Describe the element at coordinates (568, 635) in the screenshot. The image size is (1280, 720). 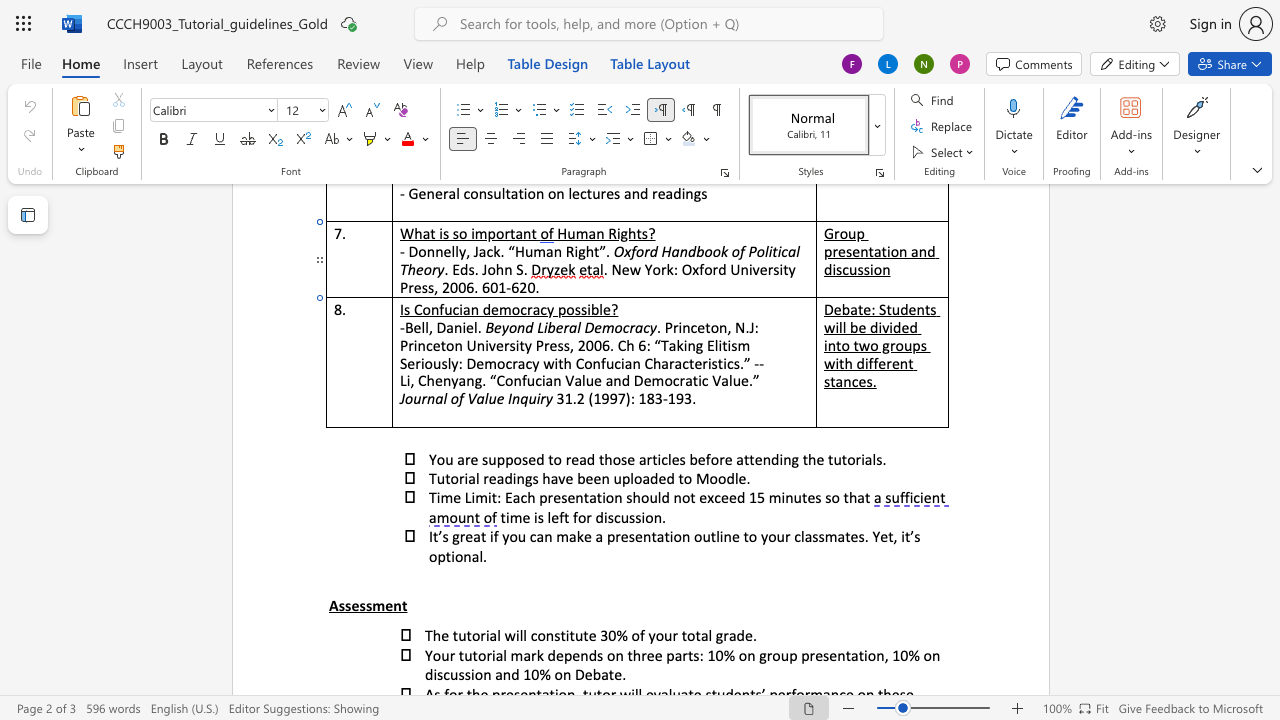
I see `the space between the continuous character "i" and "t" in the text` at that location.